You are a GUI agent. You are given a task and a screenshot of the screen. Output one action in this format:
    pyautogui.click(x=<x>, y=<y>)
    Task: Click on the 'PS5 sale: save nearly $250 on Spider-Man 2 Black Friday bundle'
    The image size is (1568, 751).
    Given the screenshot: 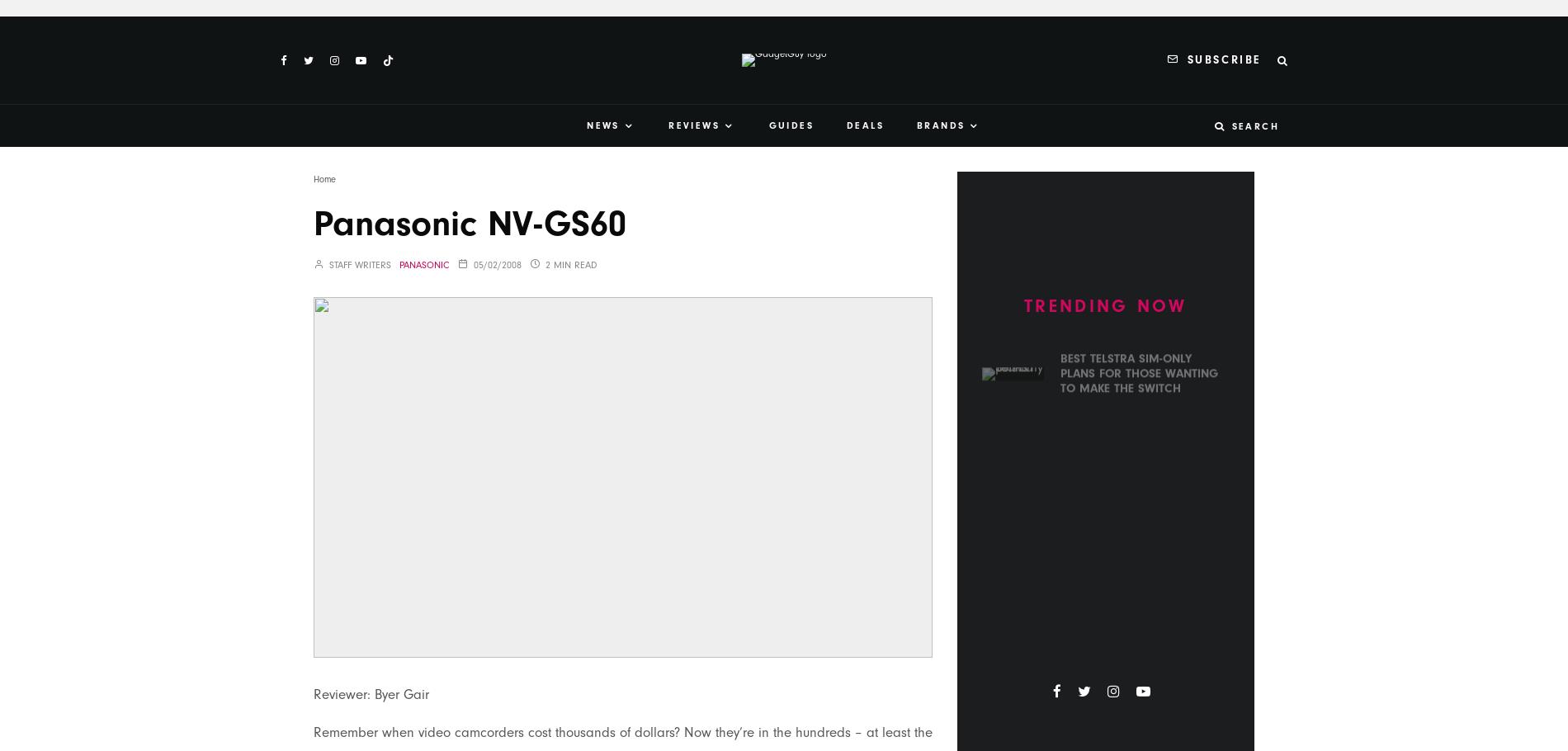 What is the action you would take?
    pyautogui.click(x=1138, y=631)
    